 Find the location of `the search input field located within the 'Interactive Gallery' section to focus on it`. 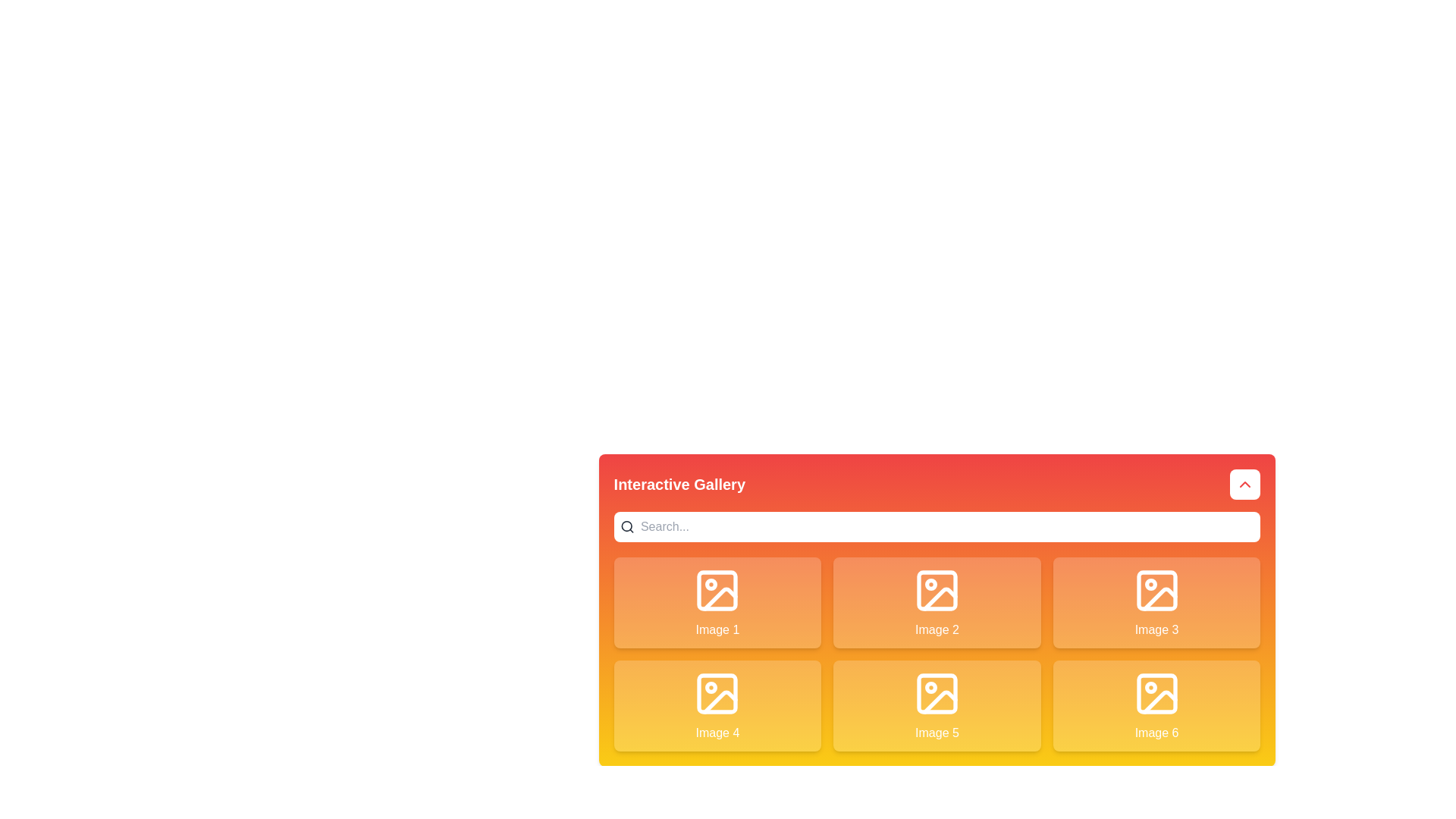

the search input field located within the 'Interactive Gallery' section to focus on it is located at coordinates (936, 526).